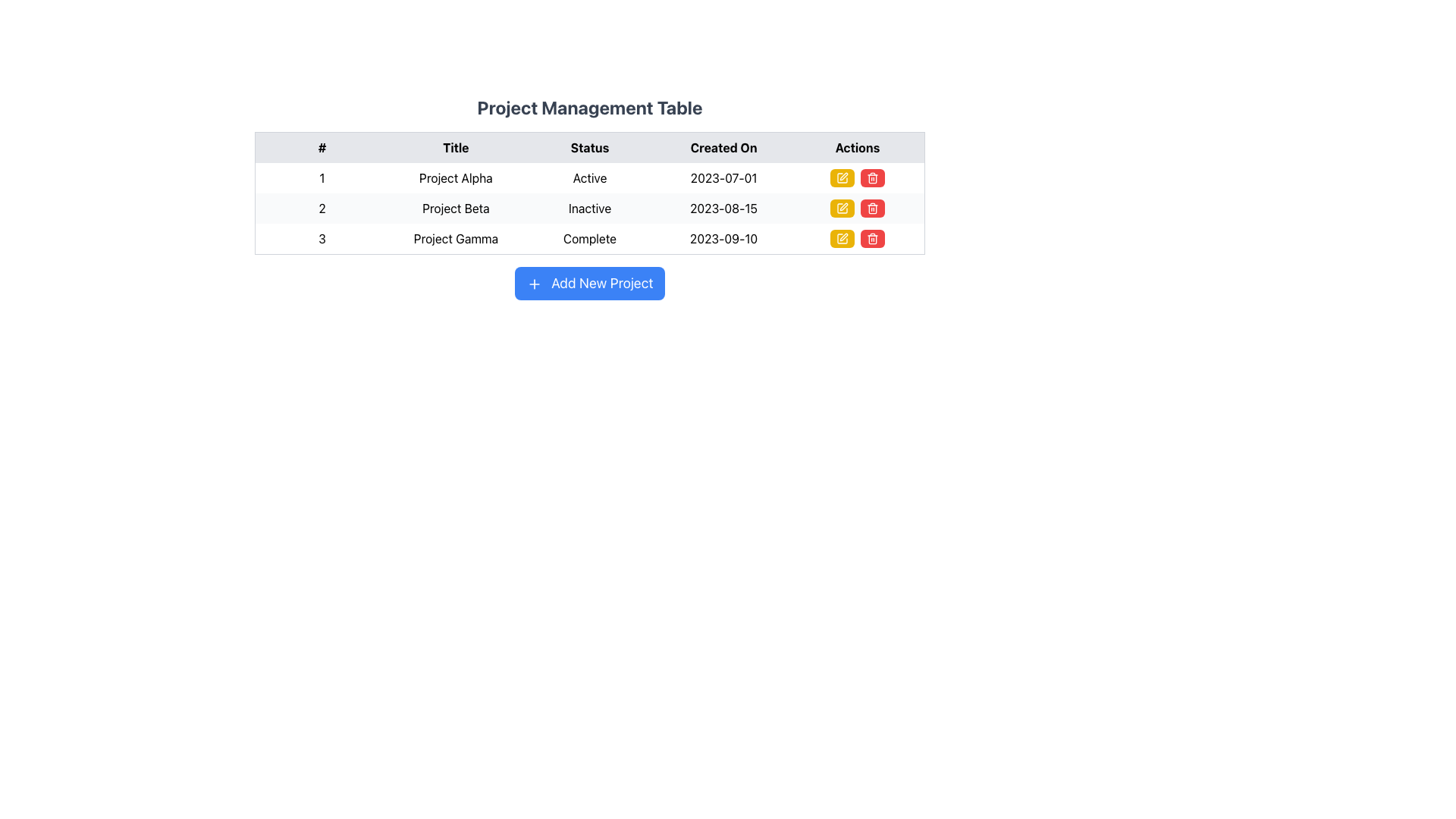  I want to click on the pen icon button in the second row of the 'Actions' column to initiate the edit action, so click(841, 177).